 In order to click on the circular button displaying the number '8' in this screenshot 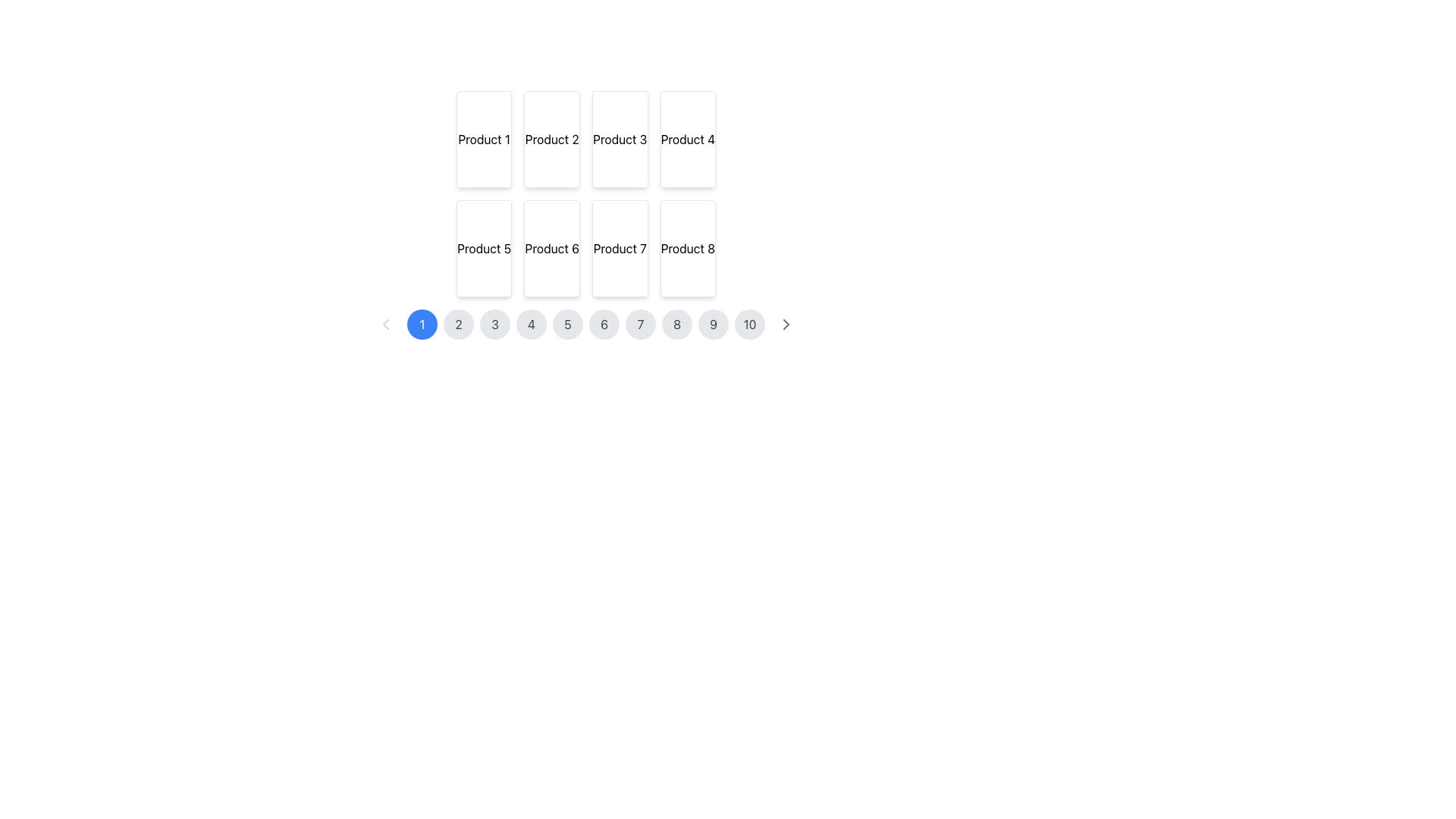, I will do `click(676, 324)`.